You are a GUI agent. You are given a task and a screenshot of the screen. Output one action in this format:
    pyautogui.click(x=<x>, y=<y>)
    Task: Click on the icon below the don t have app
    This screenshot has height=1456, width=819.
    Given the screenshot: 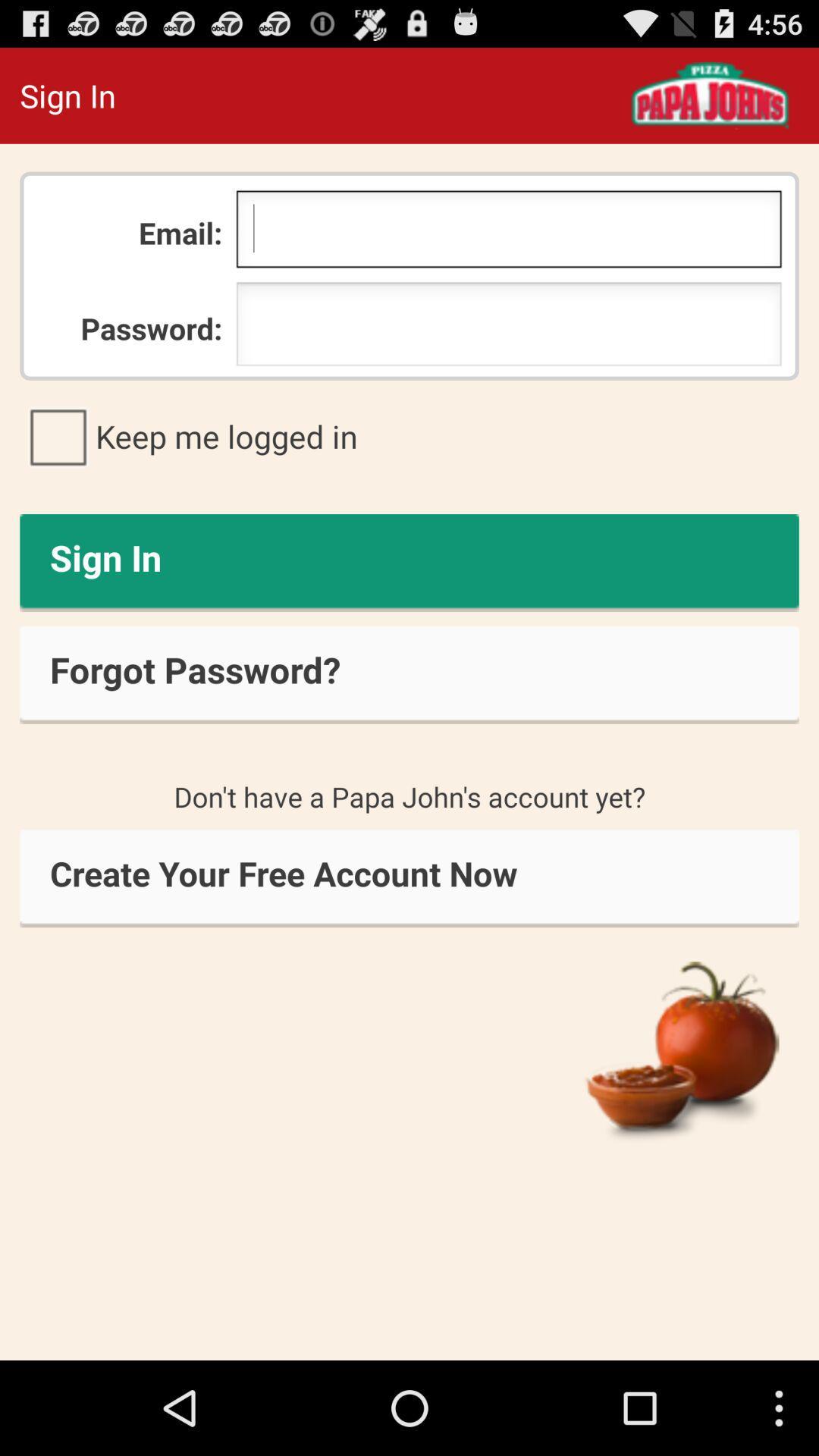 What is the action you would take?
    pyautogui.click(x=409, y=878)
    